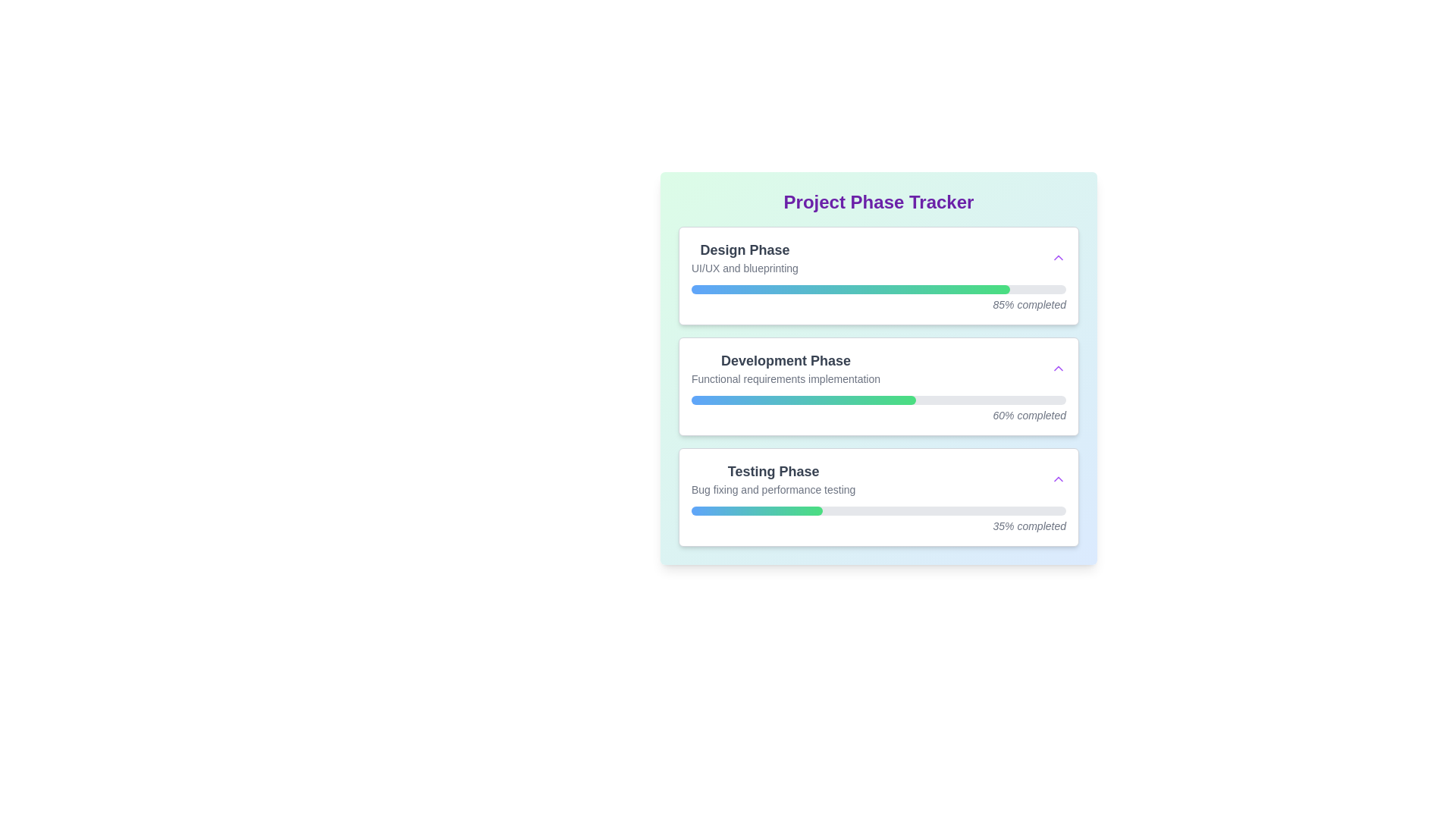  What do you see at coordinates (1058, 369) in the screenshot?
I see `the upward-pointing chevron icon button styled in purple, located on the far right of the 'Development Phase' card to change its color` at bounding box center [1058, 369].